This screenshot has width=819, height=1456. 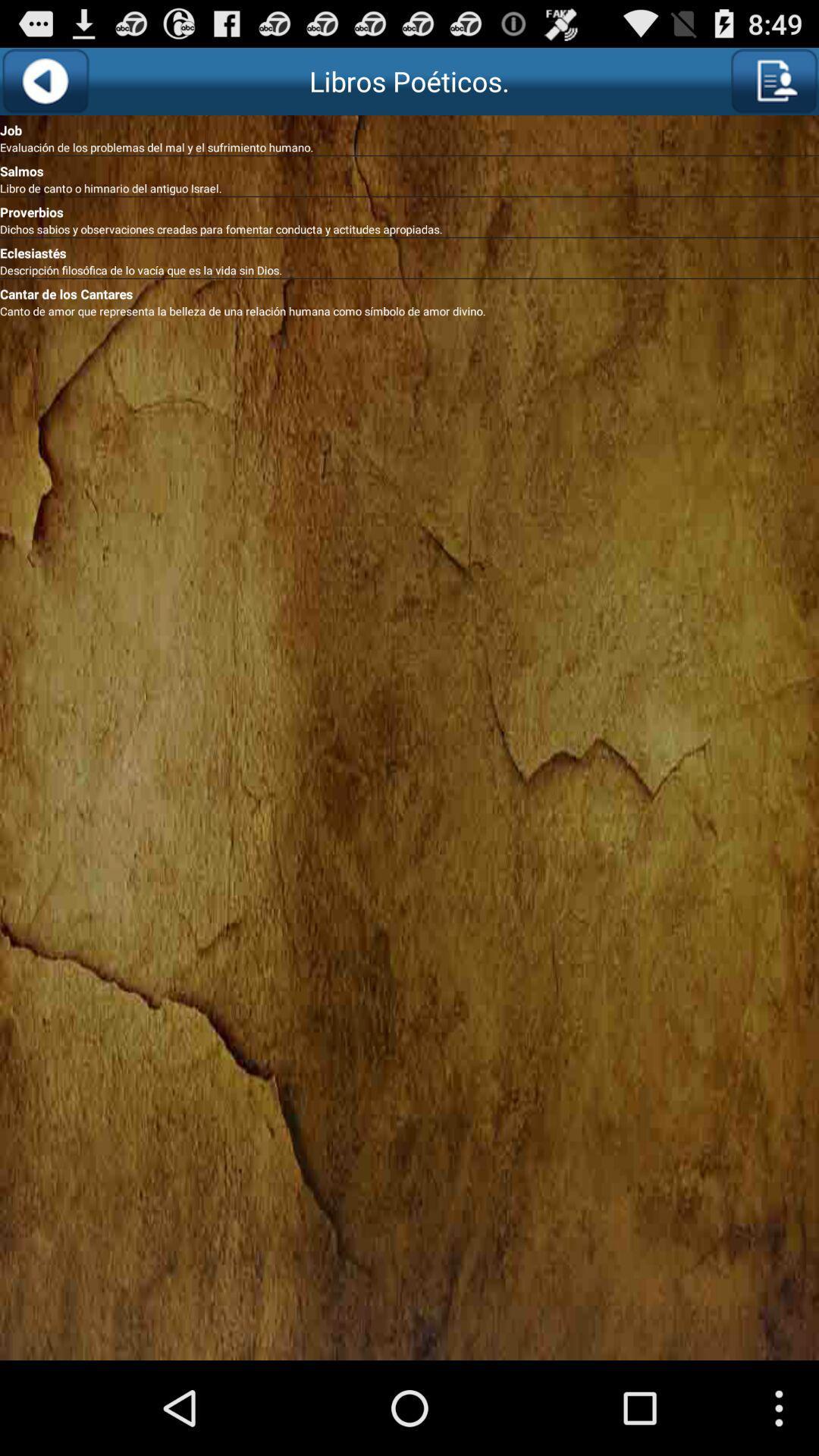 I want to click on dichos sabios y item, so click(x=409, y=228).